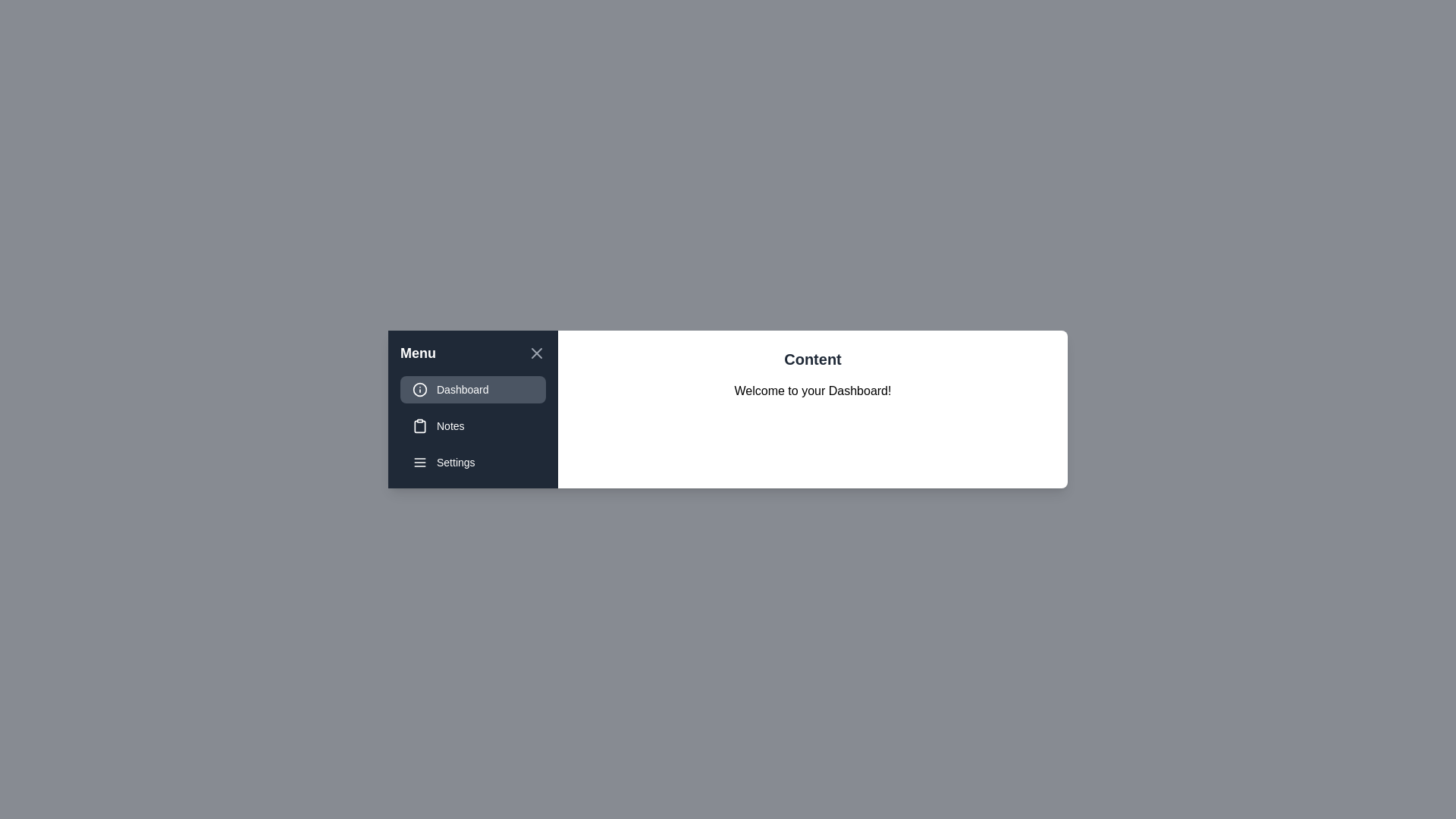  What do you see at coordinates (419, 388) in the screenshot?
I see `the circular icon located next to the 'Dashboard' label in the vertically aligned menu on the left side of the interface` at bounding box center [419, 388].